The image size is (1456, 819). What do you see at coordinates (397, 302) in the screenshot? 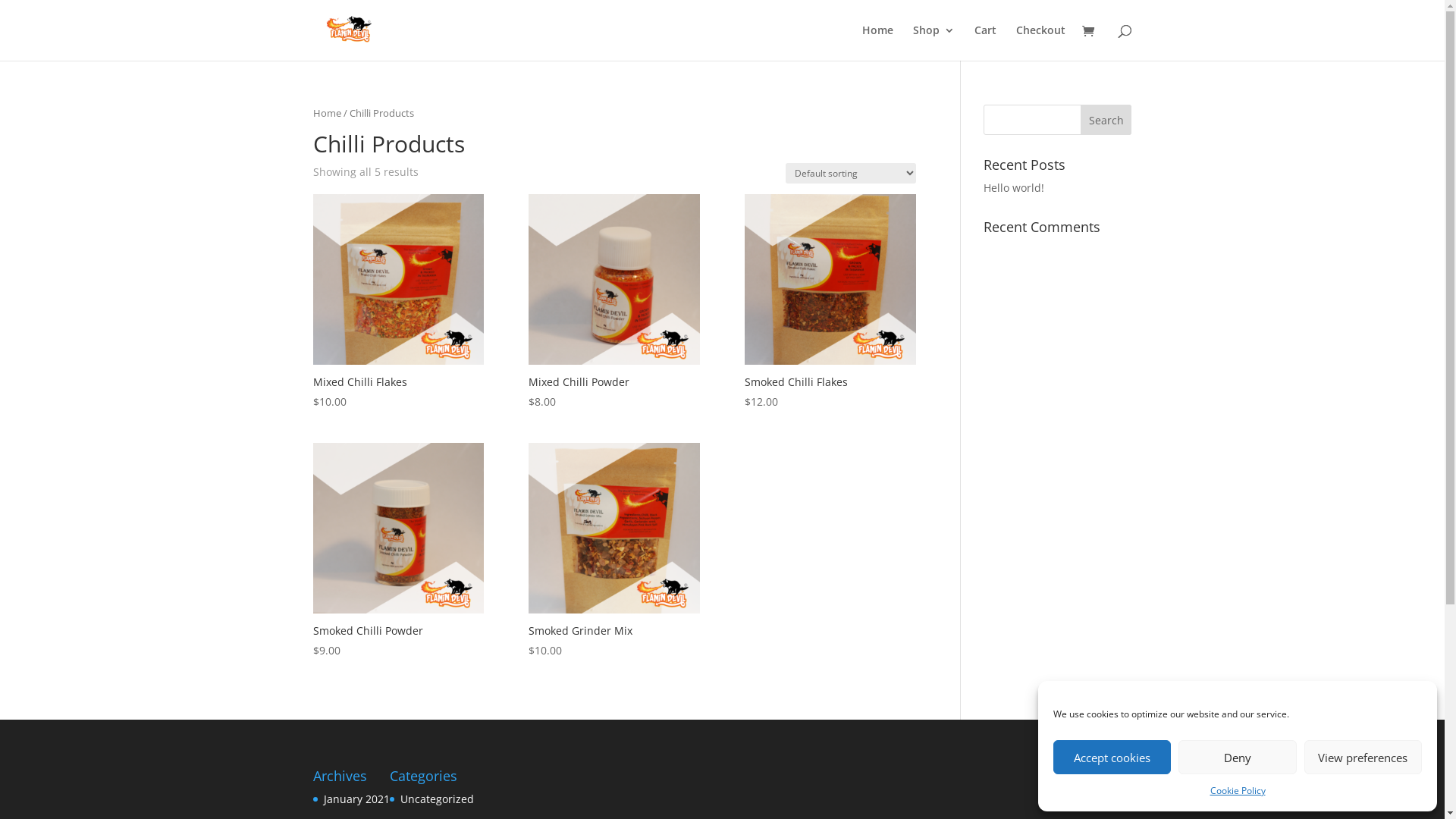
I see `'Mixed Chilli Flakes` at bounding box center [397, 302].